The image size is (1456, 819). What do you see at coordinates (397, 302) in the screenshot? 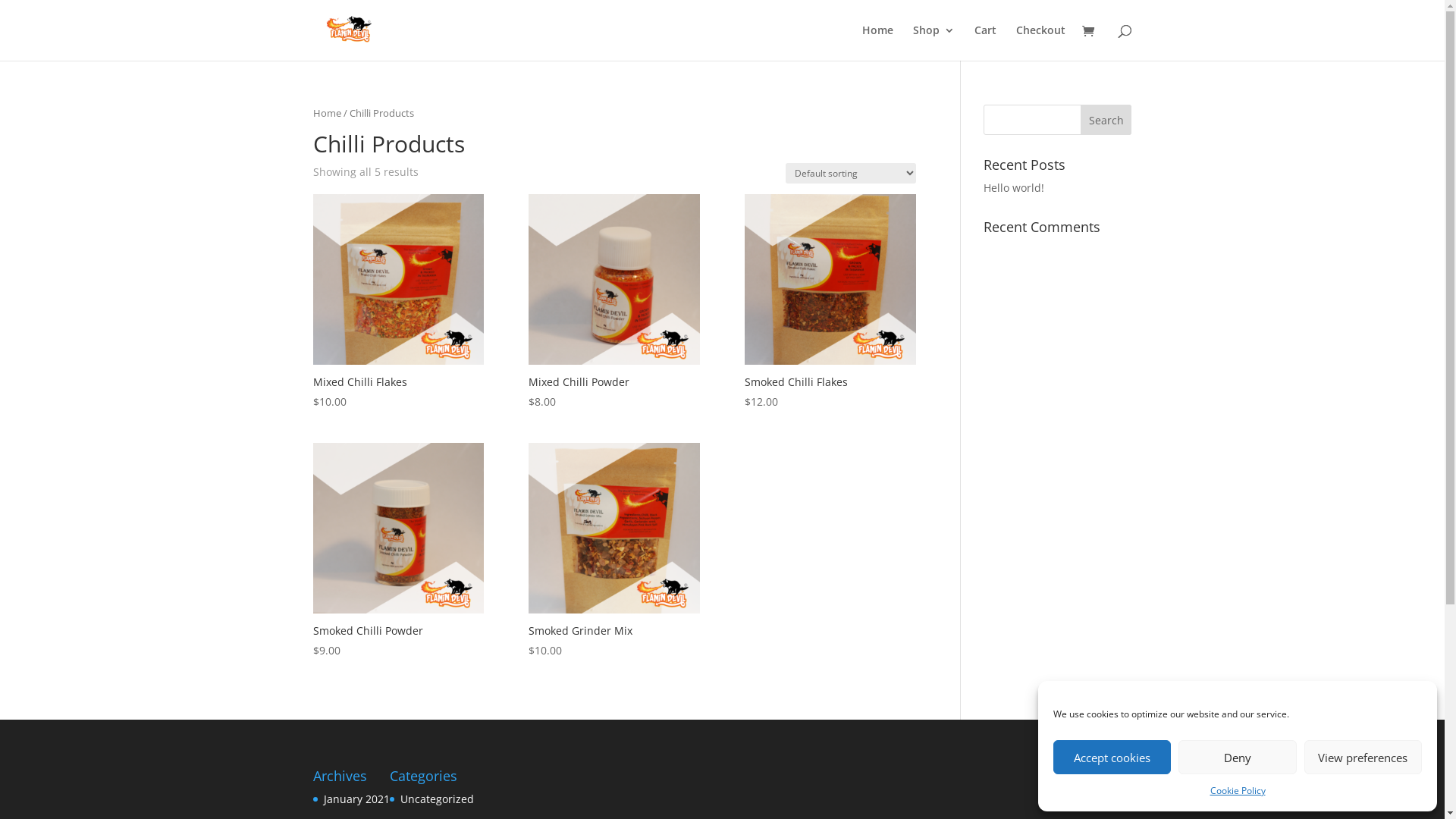
I see `'Mixed Chilli Flakes` at bounding box center [397, 302].